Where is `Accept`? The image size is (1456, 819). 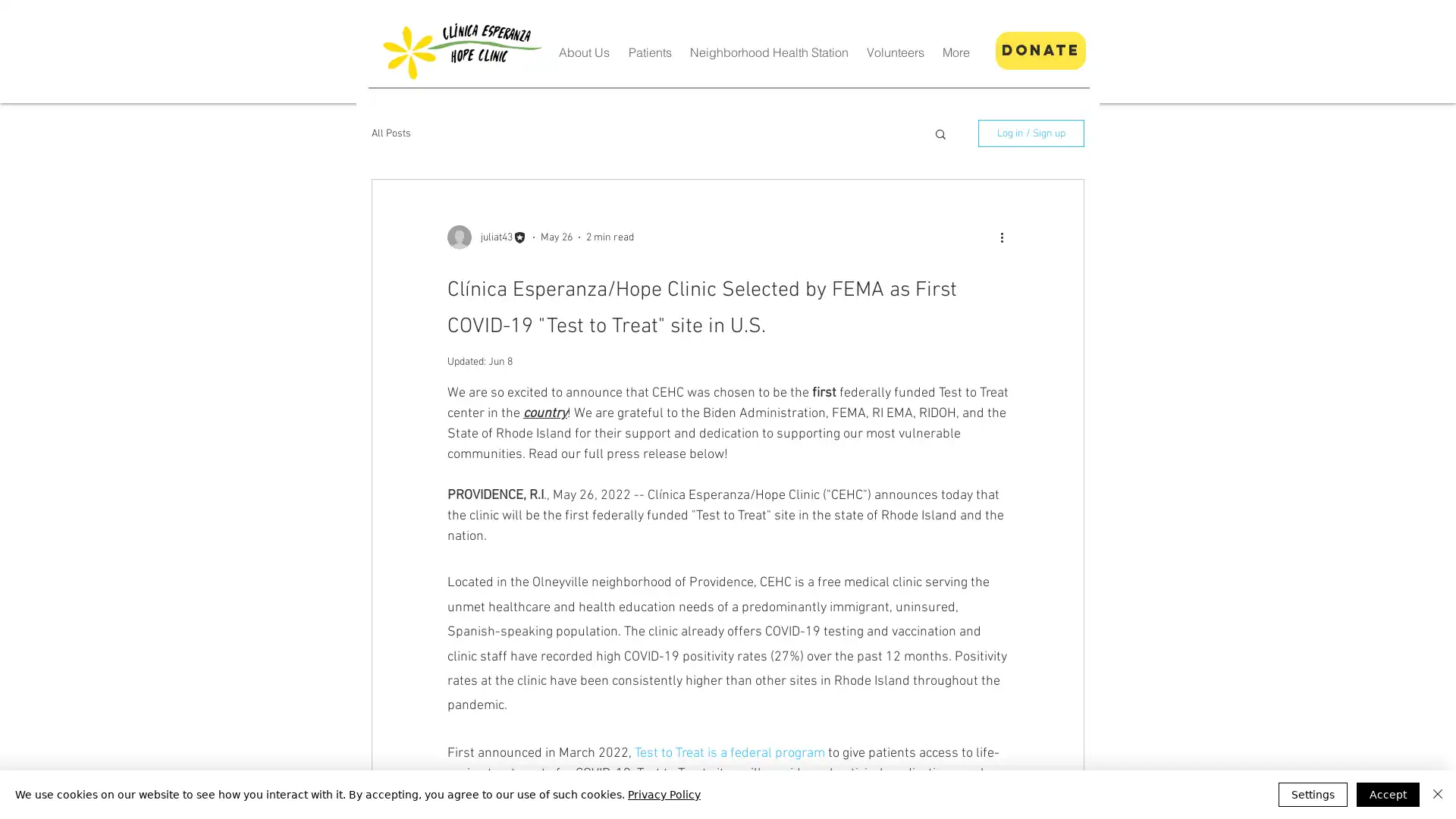
Accept is located at coordinates (1388, 794).